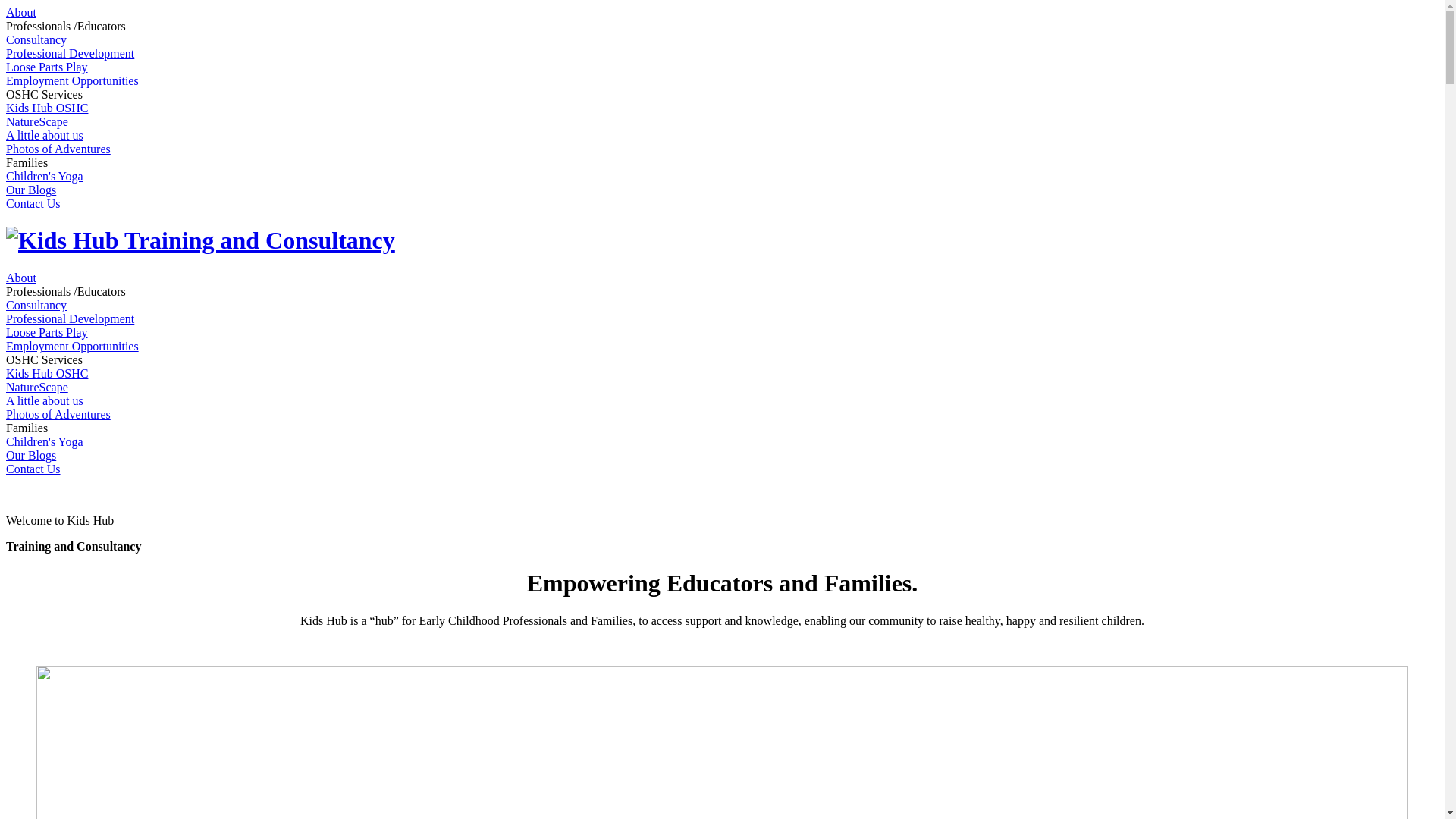  I want to click on 'Employment Opportunities', so click(71, 80).